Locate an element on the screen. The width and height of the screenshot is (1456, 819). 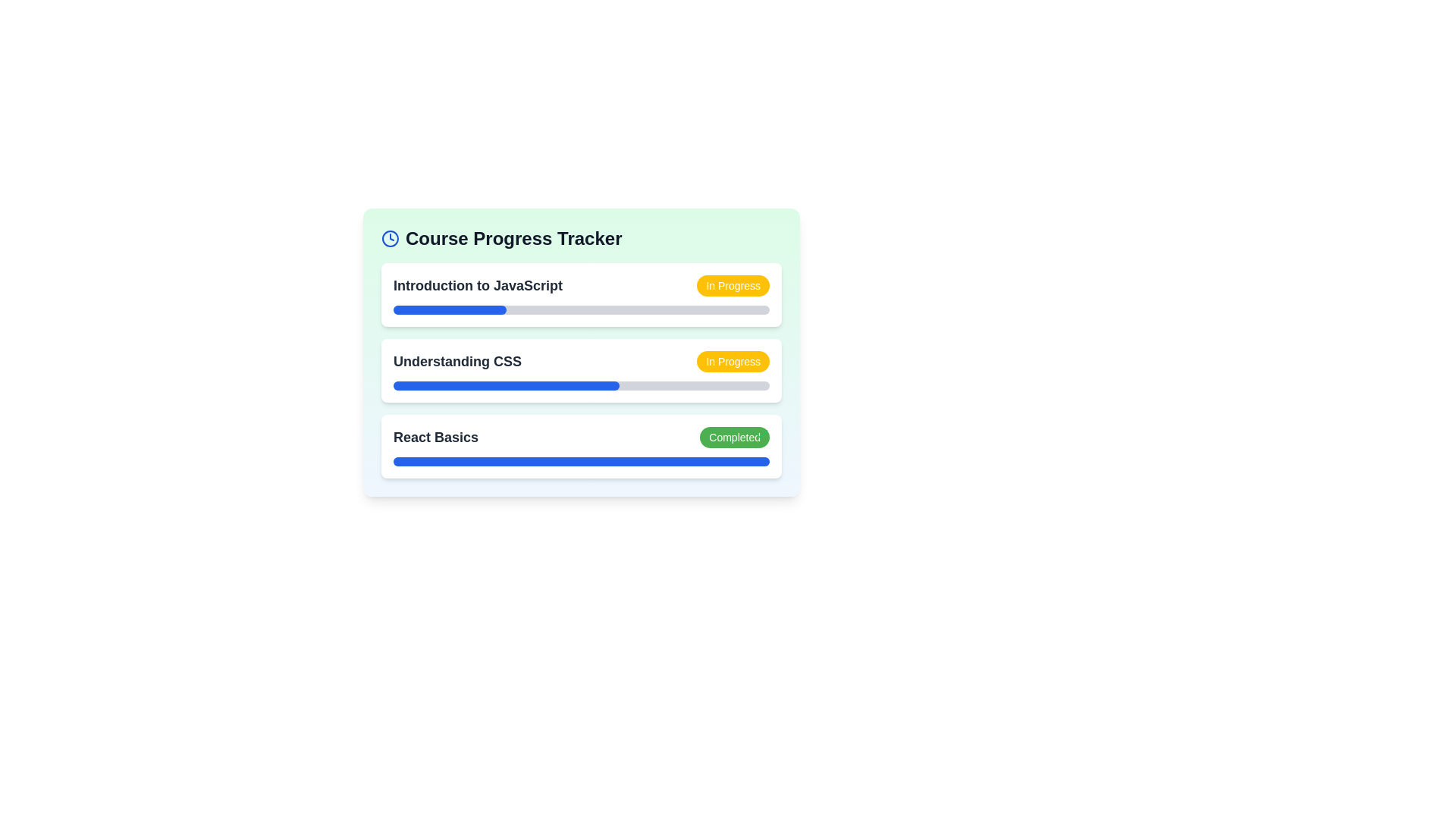
the completion status icon for the 'React Basics' course, which is located at the top right corner of the green badge labeled 'Completed' within the course tracker card is located at coordinates (761, 435).